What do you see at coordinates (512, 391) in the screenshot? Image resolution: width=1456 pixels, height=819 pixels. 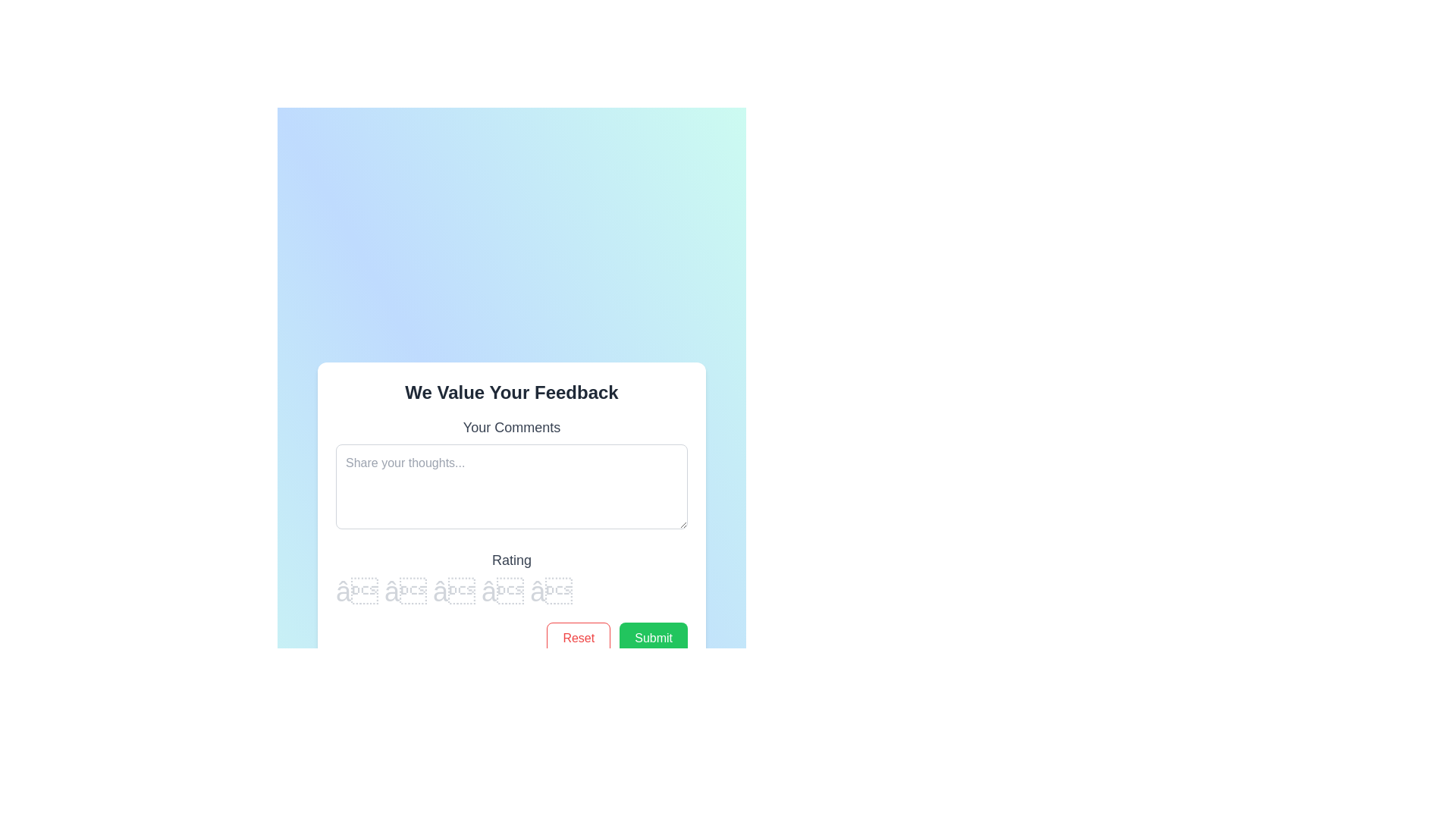 I see `the title text 'We Value Your Feedback' displayed in bold, large font at the top of the feedback form` at bounding box center [512, 391].